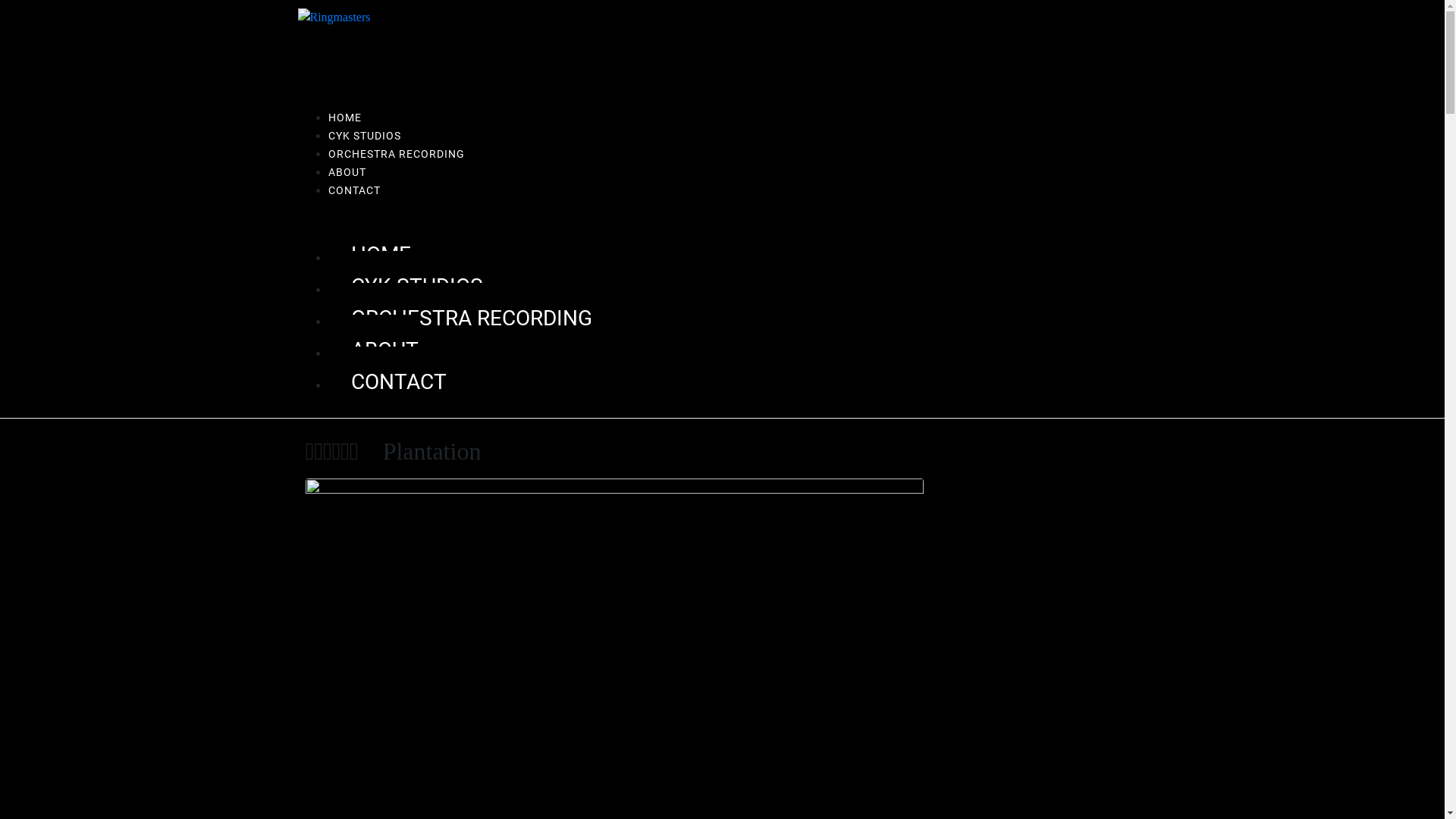 This screenshot has height=819, width=1456. I want to click on 'ORCHESTRA RECORDING', so click(458, 317).